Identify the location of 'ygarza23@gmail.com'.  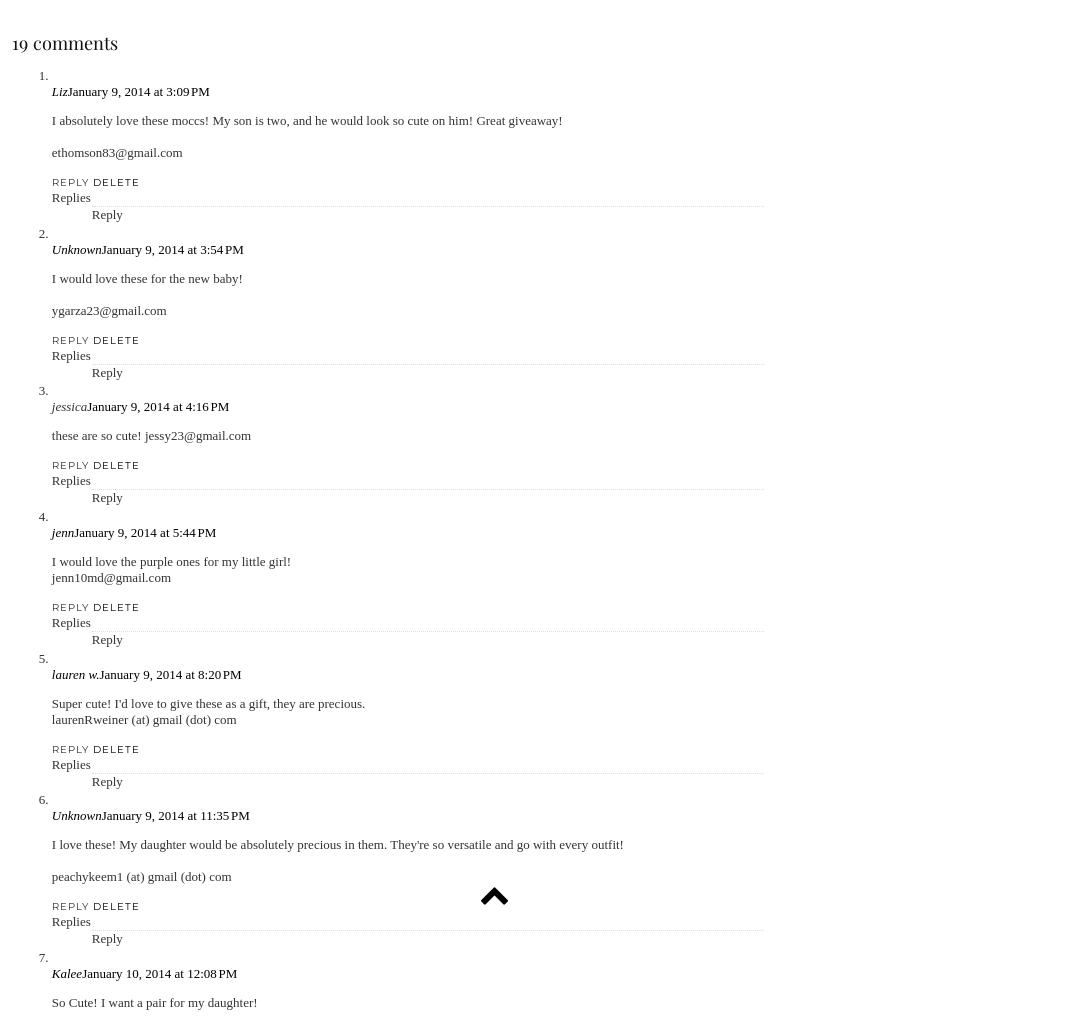
(108, 309).